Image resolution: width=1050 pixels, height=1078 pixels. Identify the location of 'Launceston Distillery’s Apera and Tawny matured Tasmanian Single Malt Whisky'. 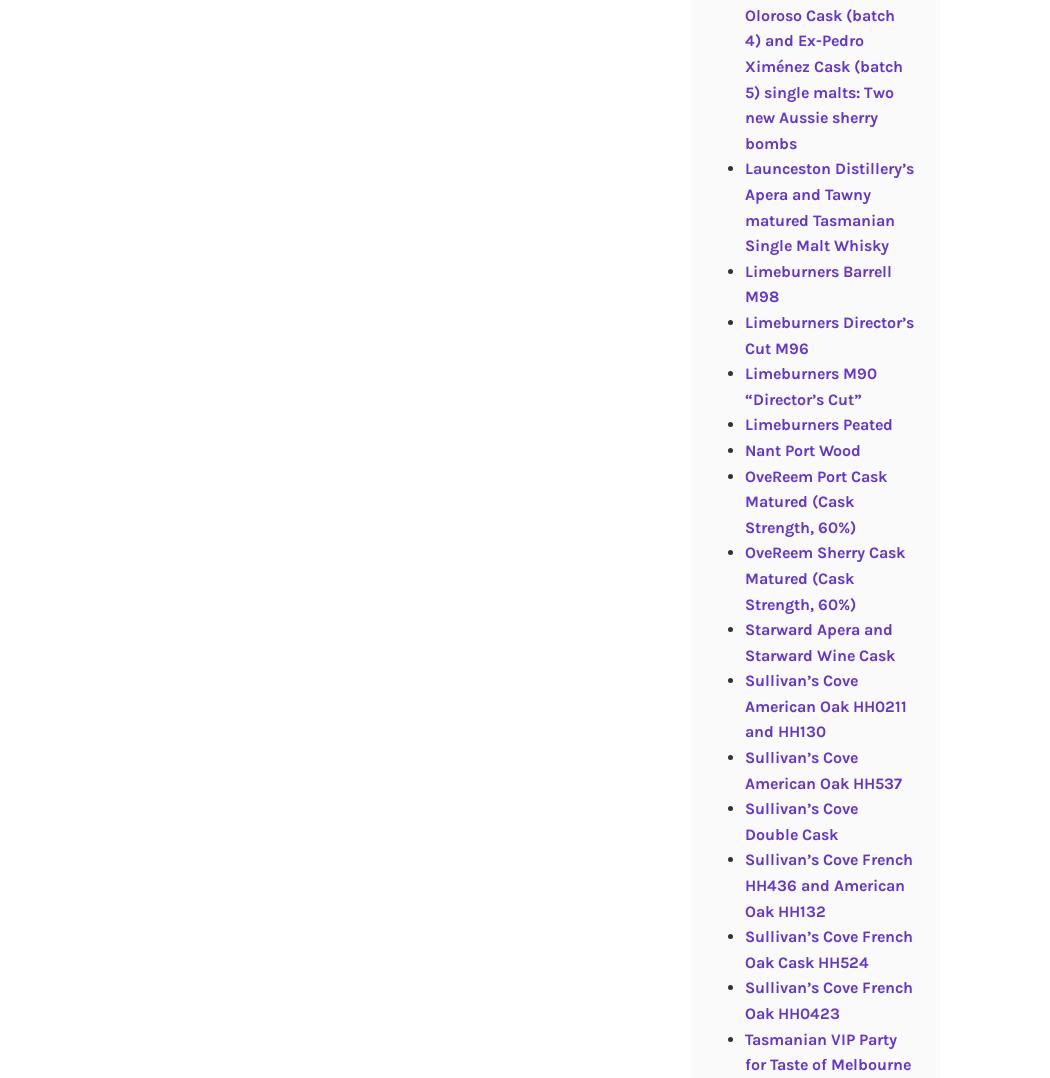
(828, 206).